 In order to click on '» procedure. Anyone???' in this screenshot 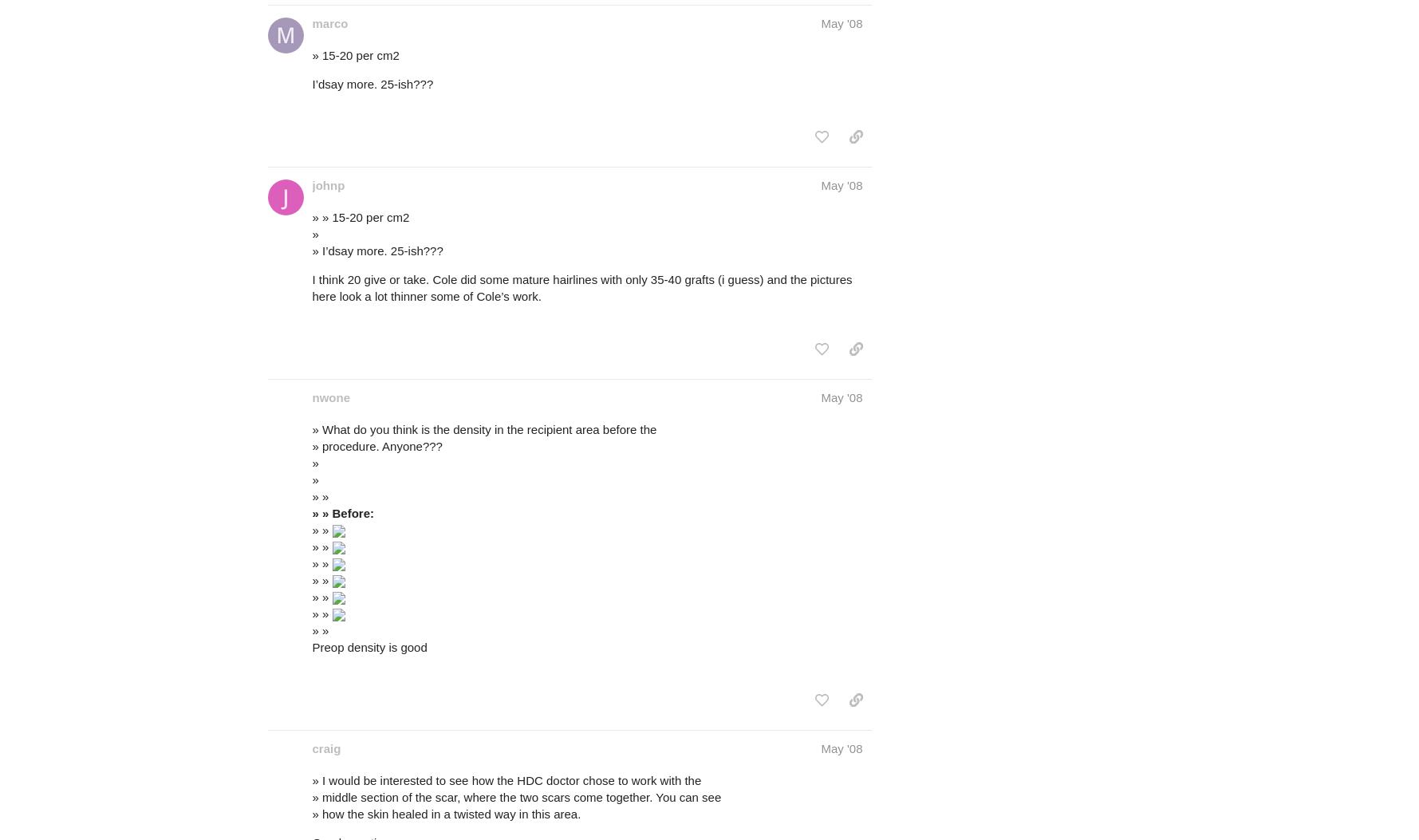, I will do `click(376, 444)`.